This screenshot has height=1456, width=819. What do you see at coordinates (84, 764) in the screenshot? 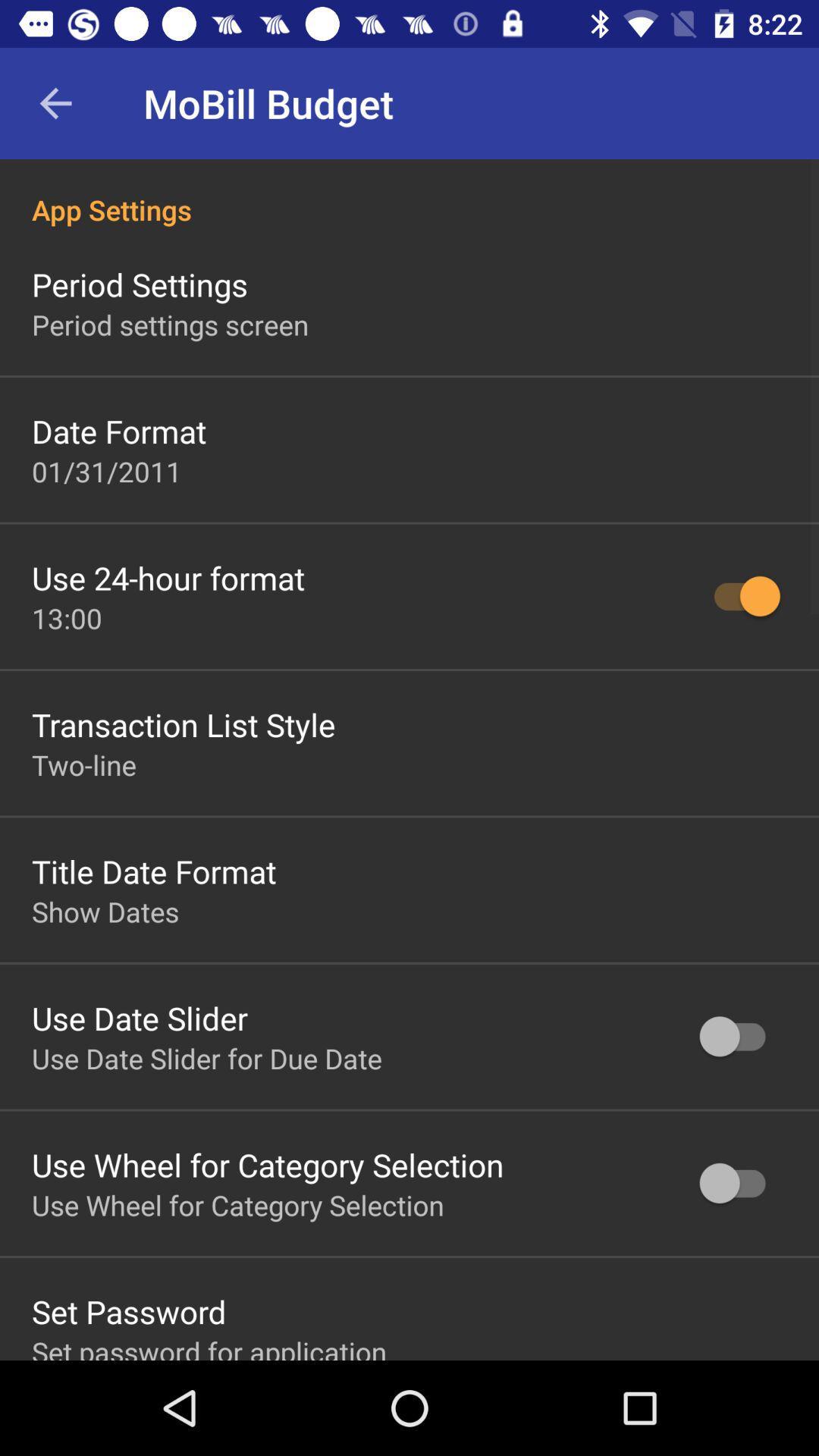
I see `two-line icon` at bounding box center [84, 764].